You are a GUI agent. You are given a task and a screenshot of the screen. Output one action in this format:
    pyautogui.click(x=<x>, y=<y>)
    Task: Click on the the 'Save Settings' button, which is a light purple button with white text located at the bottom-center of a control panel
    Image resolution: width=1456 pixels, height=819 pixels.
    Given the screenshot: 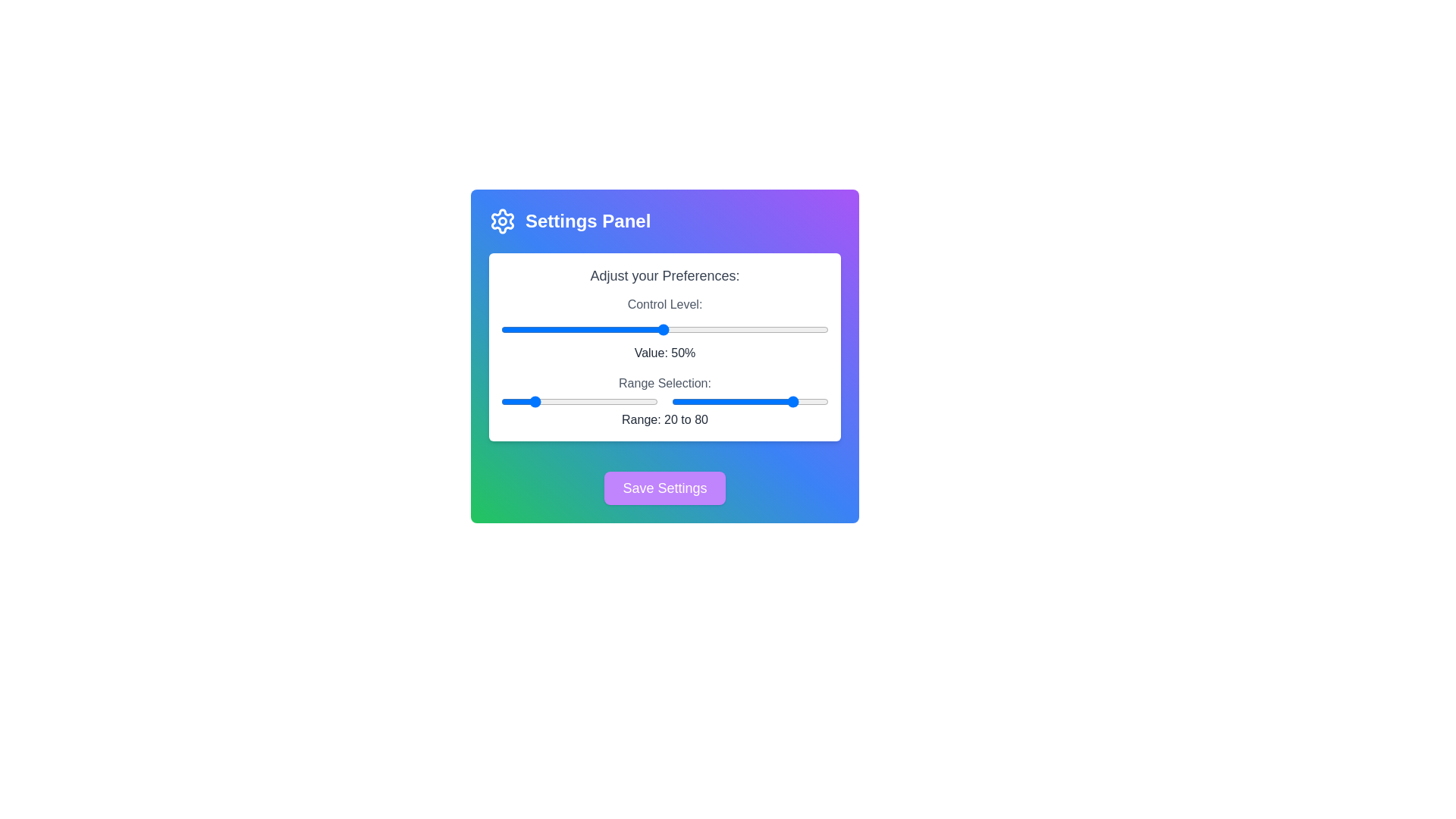 What is the action you would take?
    pyautogui.click(x=665, y=488)
    